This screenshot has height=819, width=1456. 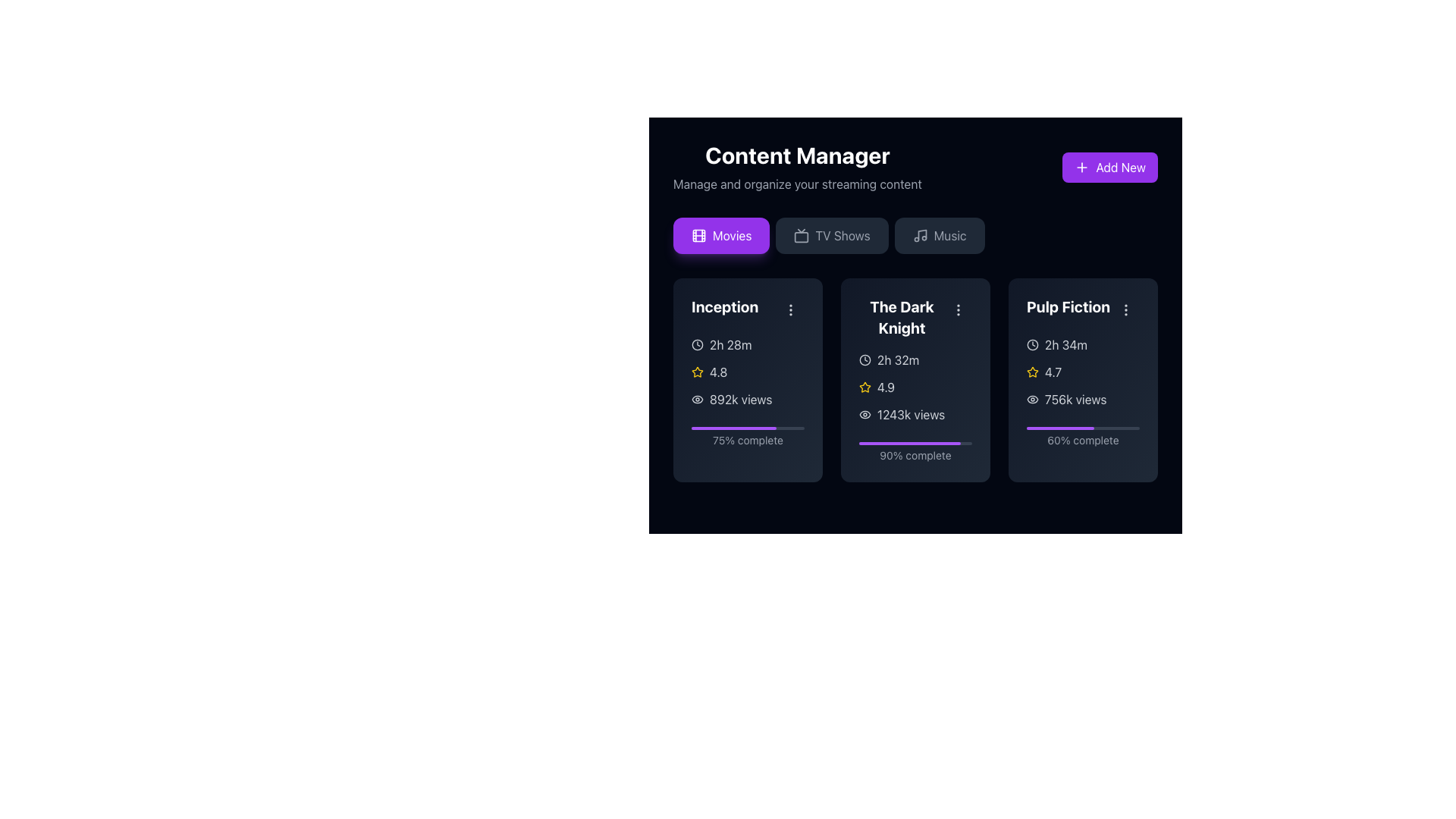 I want to click on the static informational label displaying the duration of the movie 'Inception', located in the top-left section of the movie card, so click(x=748, y=345).